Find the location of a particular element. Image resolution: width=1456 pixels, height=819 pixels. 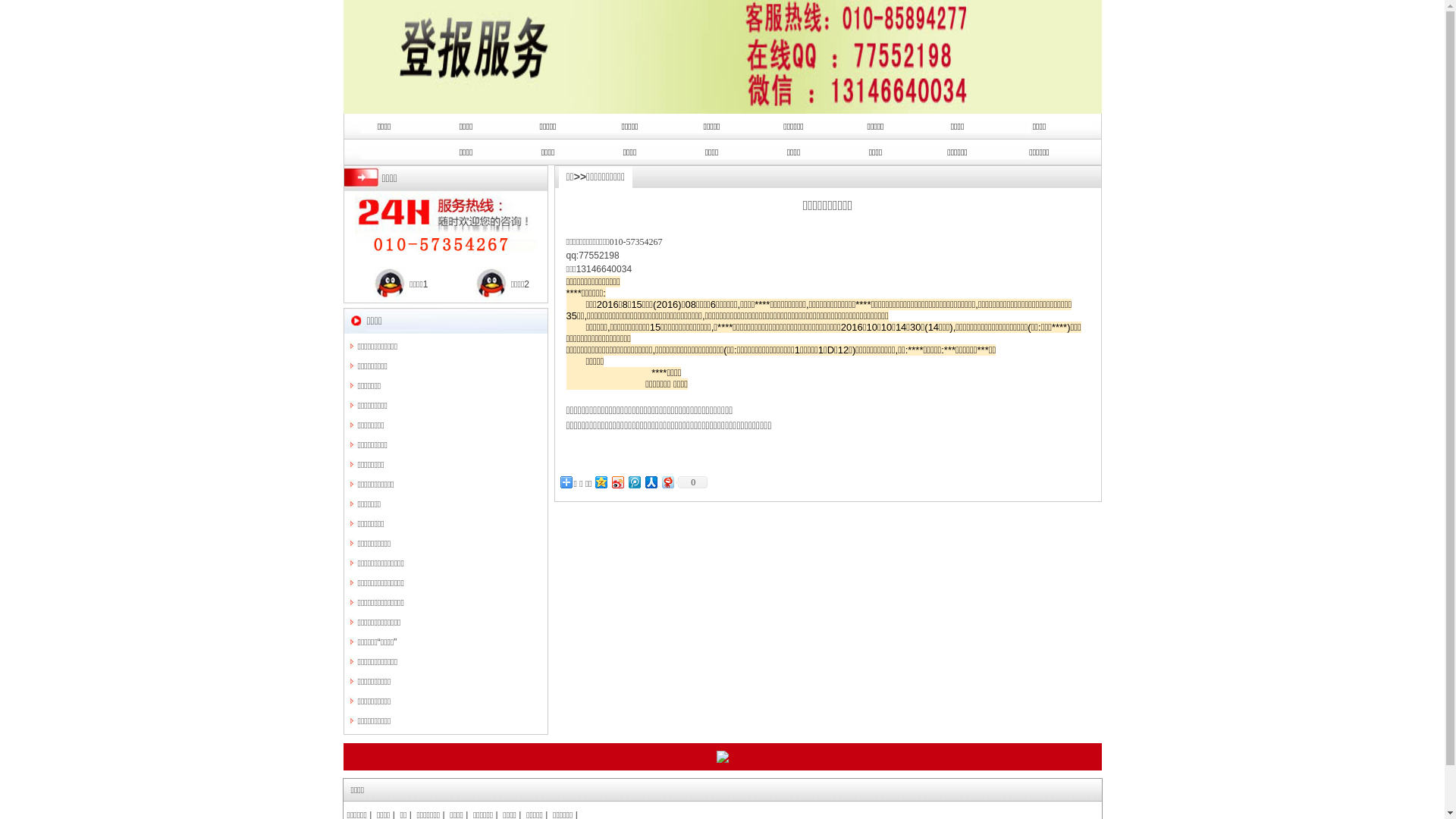

'0' is located at coordinates (691, 482).